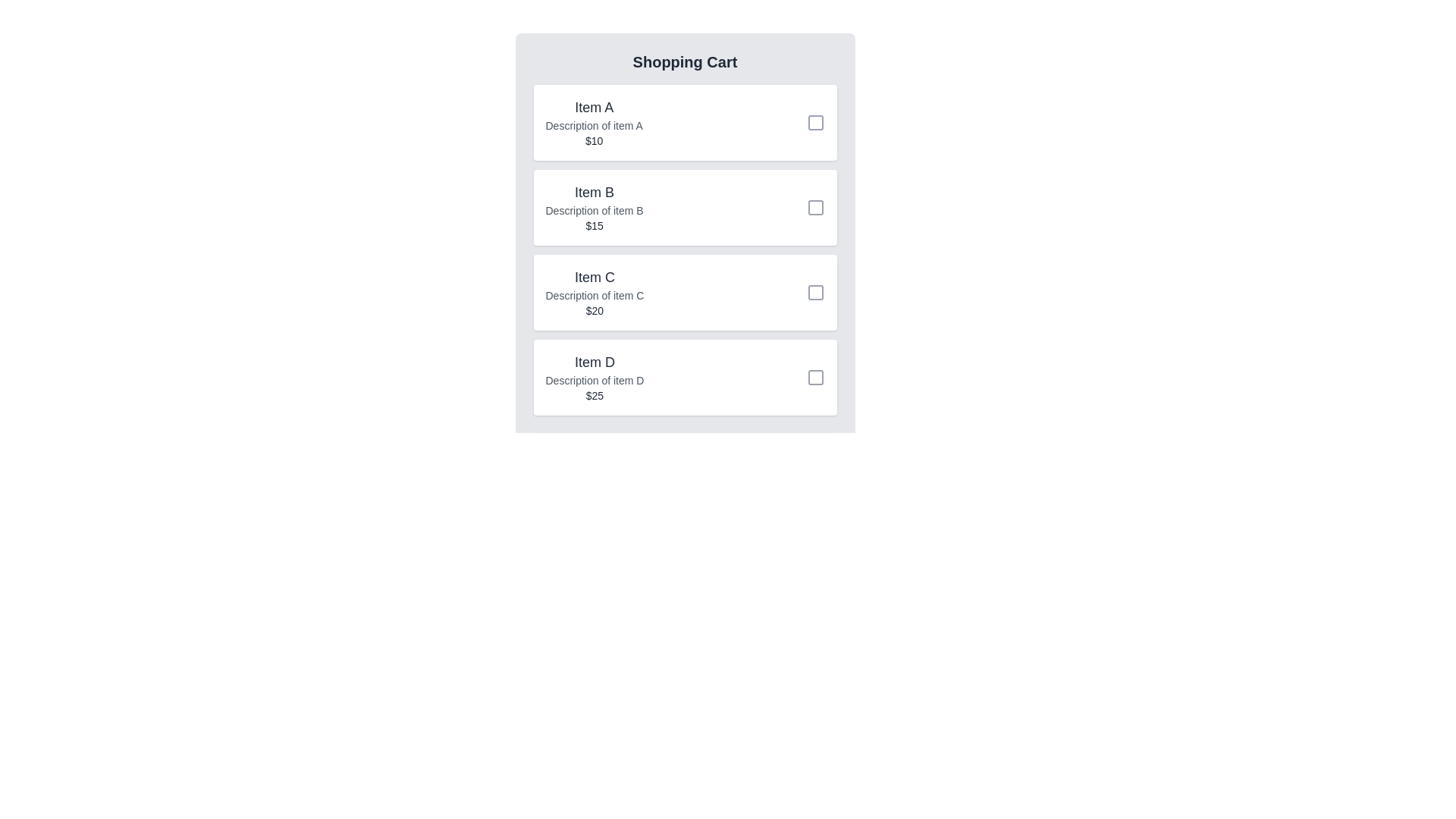 This screenshot has width=1456, height=819. Describe the element at coordinates (814, 292) in the screenshot. I see `the rounded rectangle icon within the button located in the third section labeled 'Item C' of the shopping cart interface` at that location.